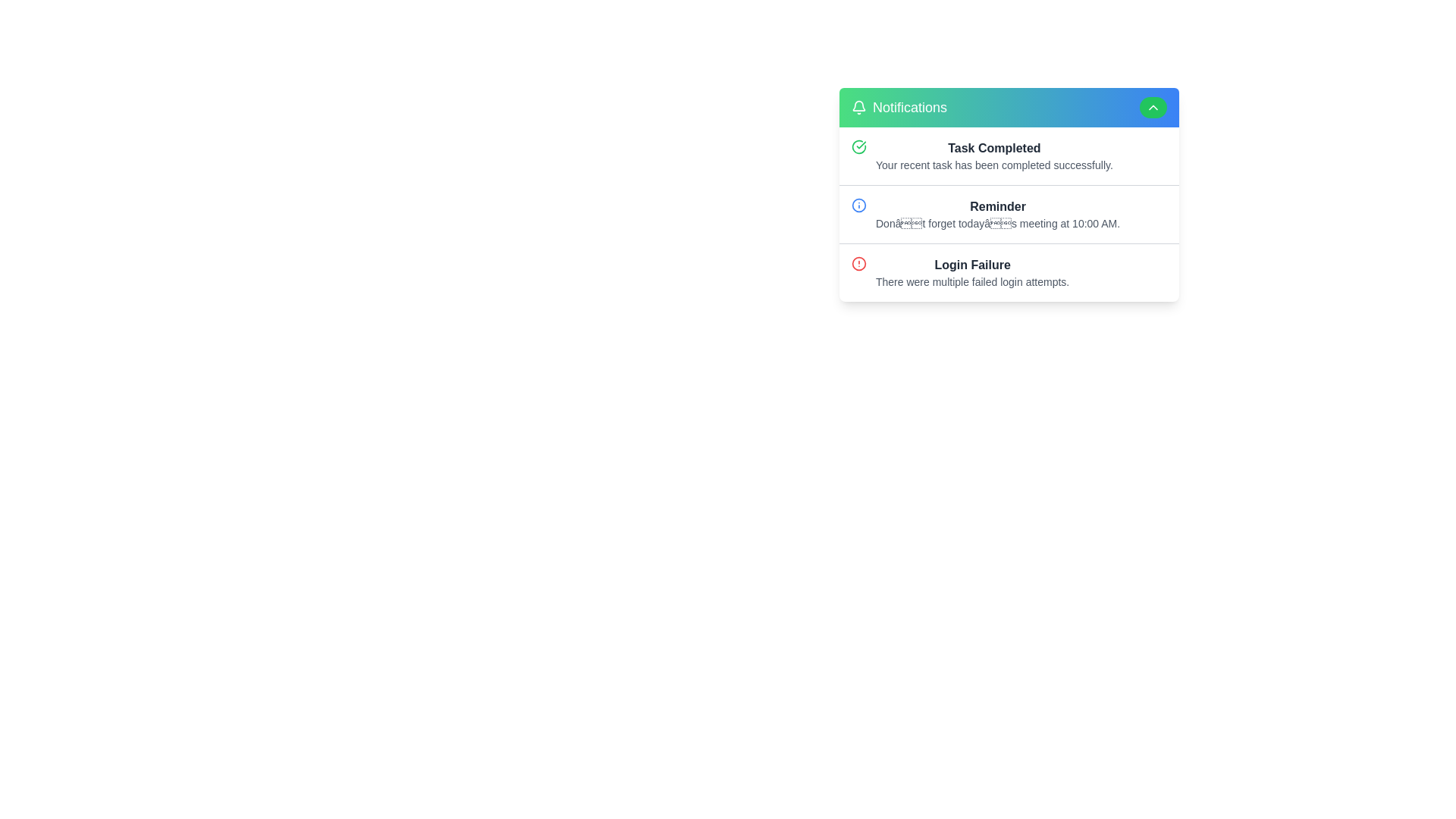 Image resolution: width=1456 pixels, height=819 pixels. What do you see at coordinates (1009, 155) in the screenshot?
I see `the first notification card in the notifications list which appears below the header 'Notifications' and above the 'Reminder' notification` at bounding box center [1009, 155].